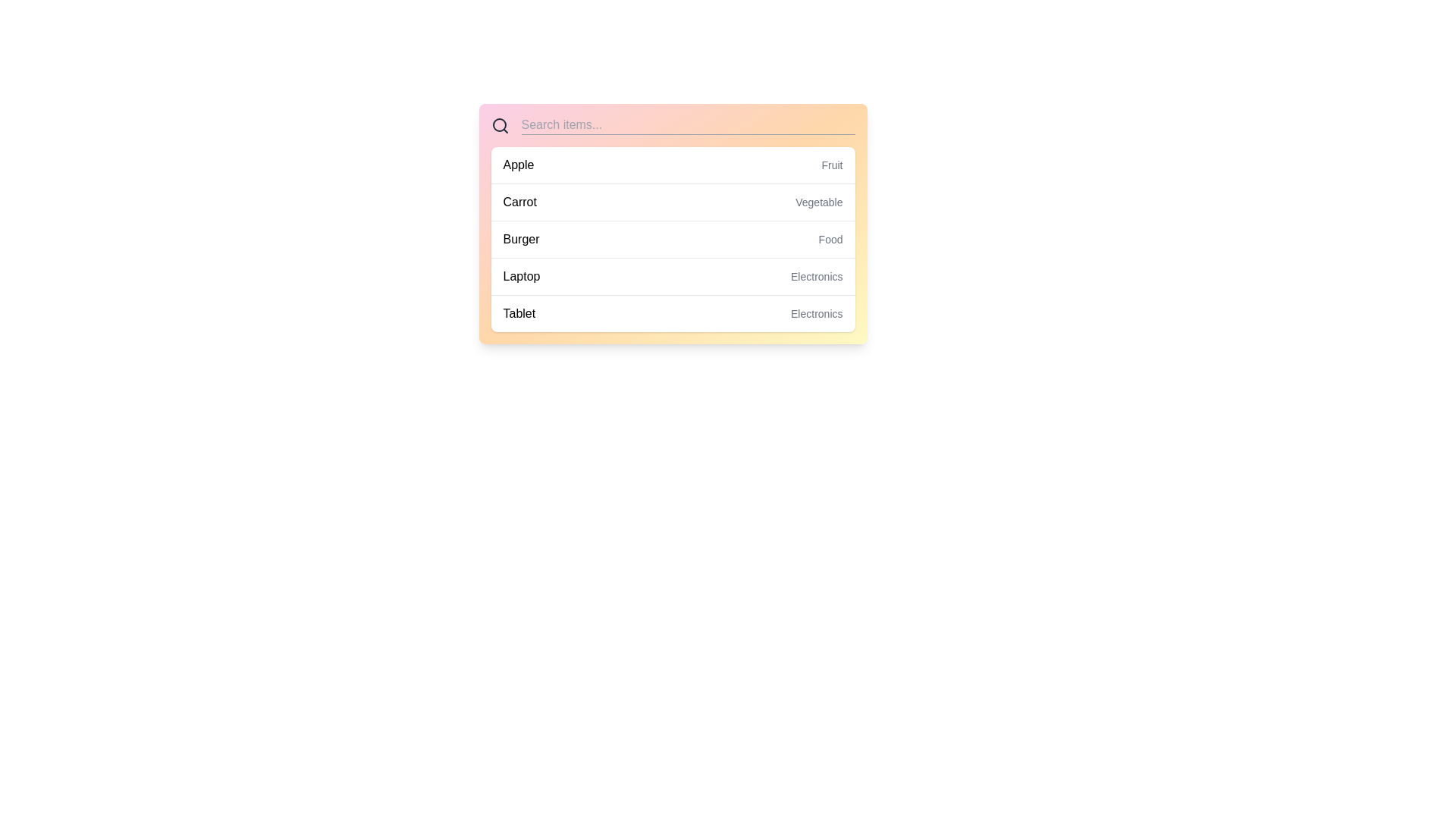 The width and height of the screenshot is (1456, 819). I want to click on the small text label displaying the word 'Food' in gray color, positioned to the right of 'Burger' in the third row of the list-style layout, so click(830, 239).